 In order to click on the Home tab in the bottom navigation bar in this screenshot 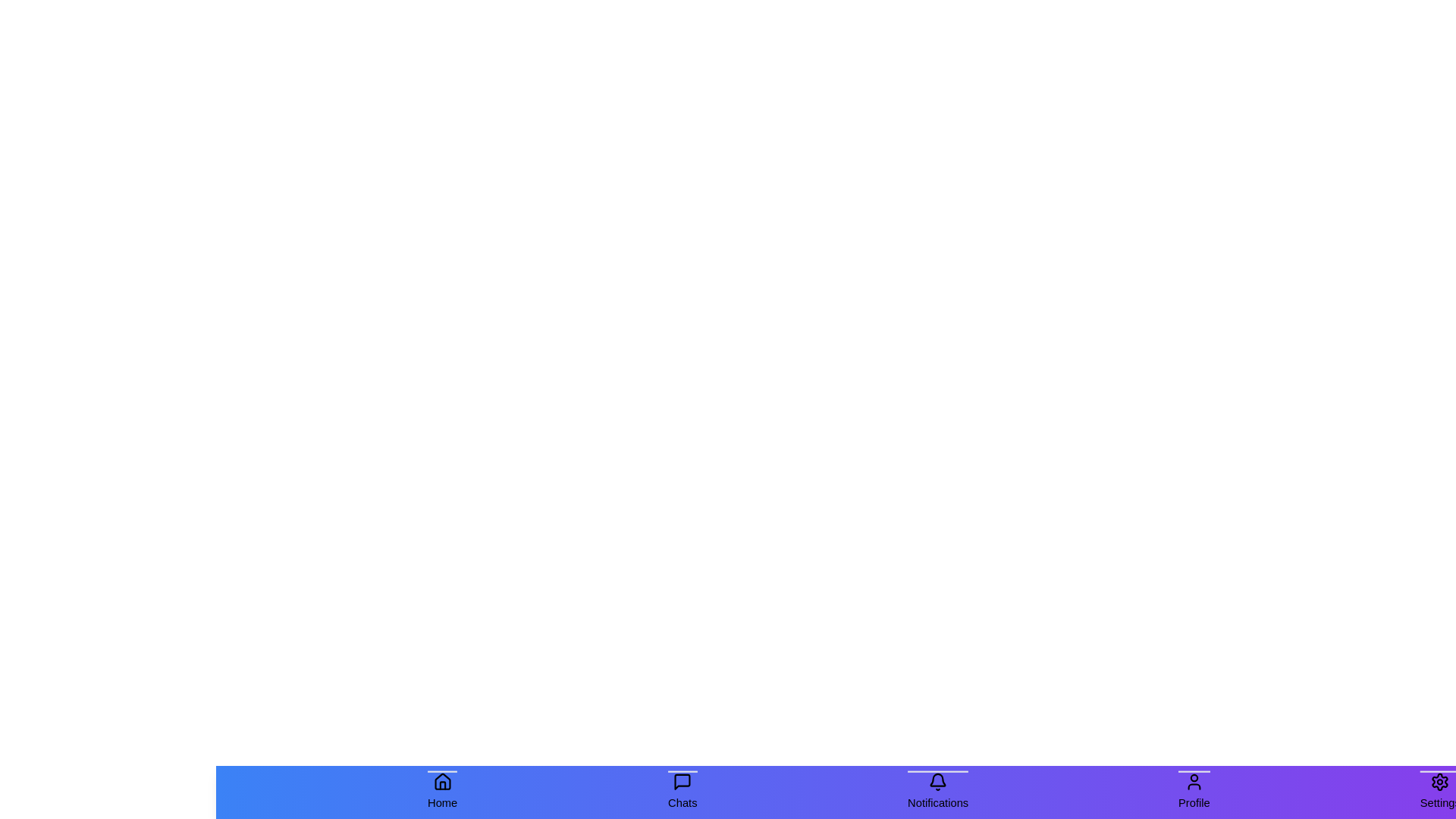, I will do `click(441, 792)`.